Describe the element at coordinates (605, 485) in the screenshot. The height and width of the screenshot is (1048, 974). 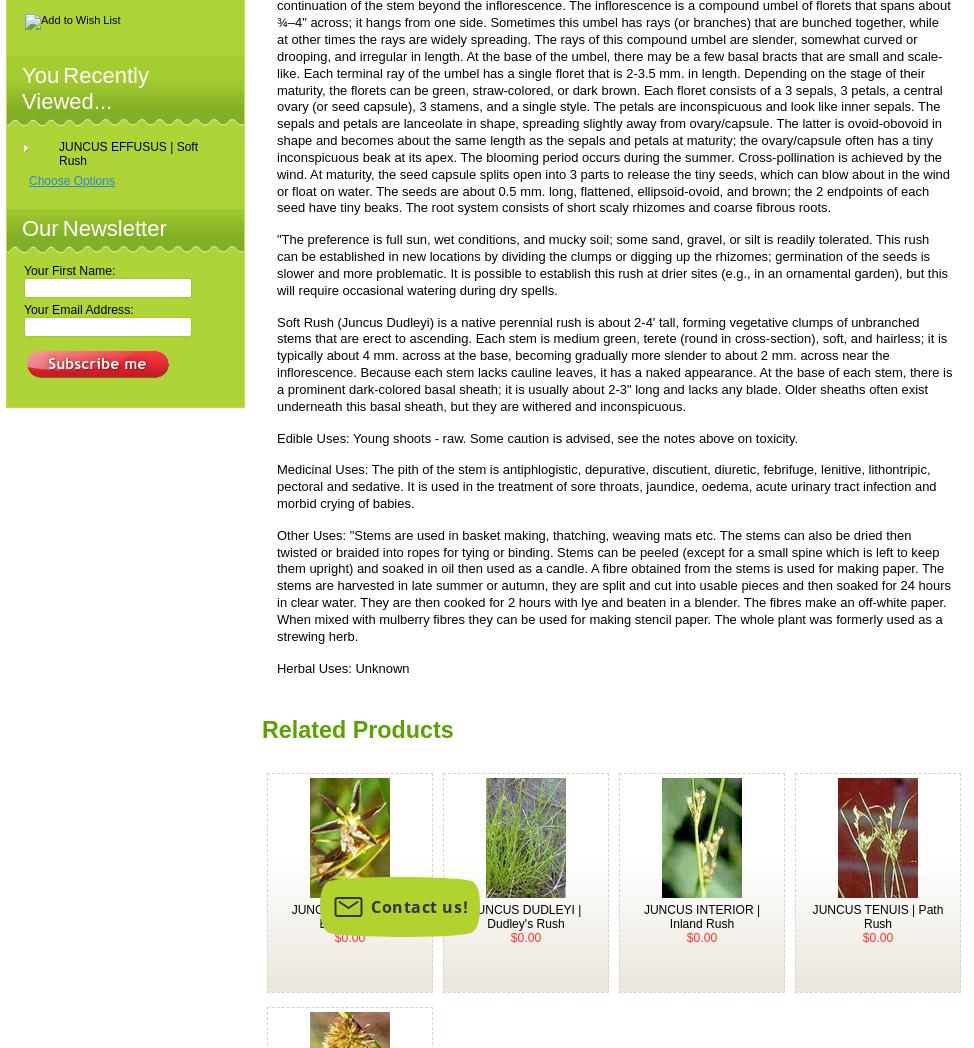
I see `'Medicinal Uses: The pith of the stem is antiphlogistic, depurative, discutient, diuretic, febrifuge, lenitive, lithontripic, pectoral and sedative. It is used in the treatment of sore throats, jaundice, oedema, acute urinary tract infection and morbid crying of babies.'` at that location.